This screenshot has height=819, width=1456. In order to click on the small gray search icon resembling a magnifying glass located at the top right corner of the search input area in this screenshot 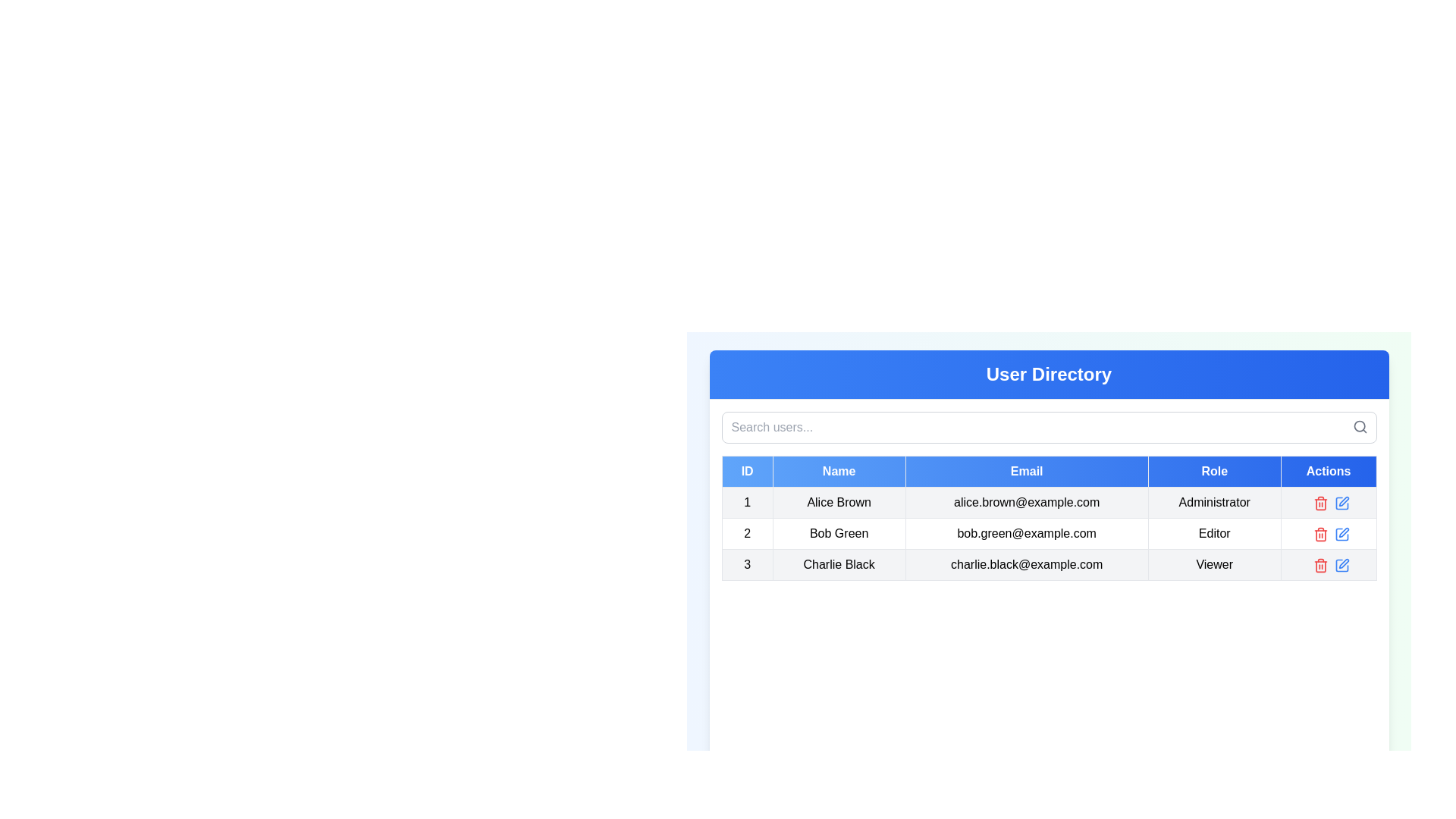, I will do `click(1360, 427)`.